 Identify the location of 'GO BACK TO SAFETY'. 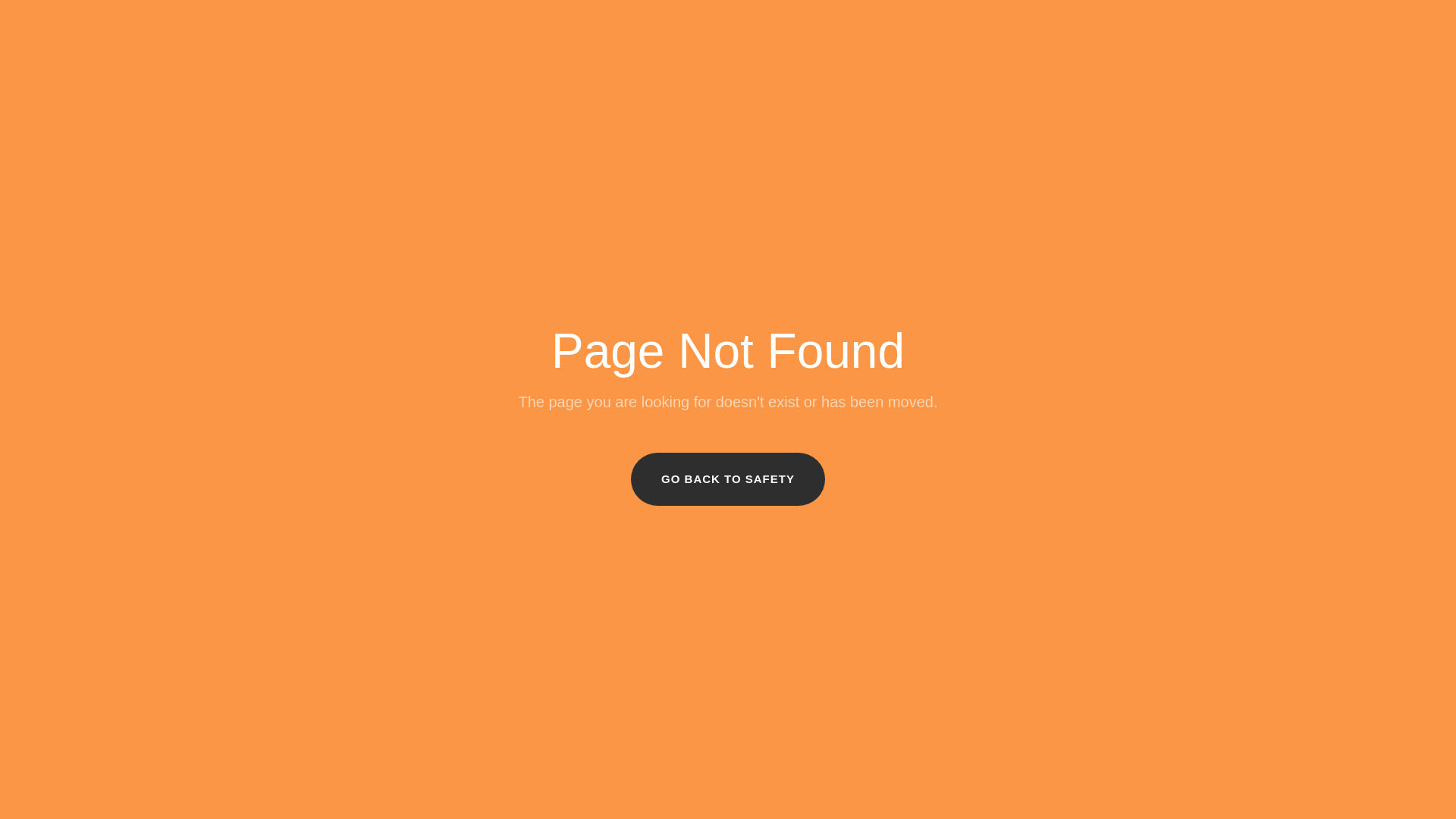
(728, 479).